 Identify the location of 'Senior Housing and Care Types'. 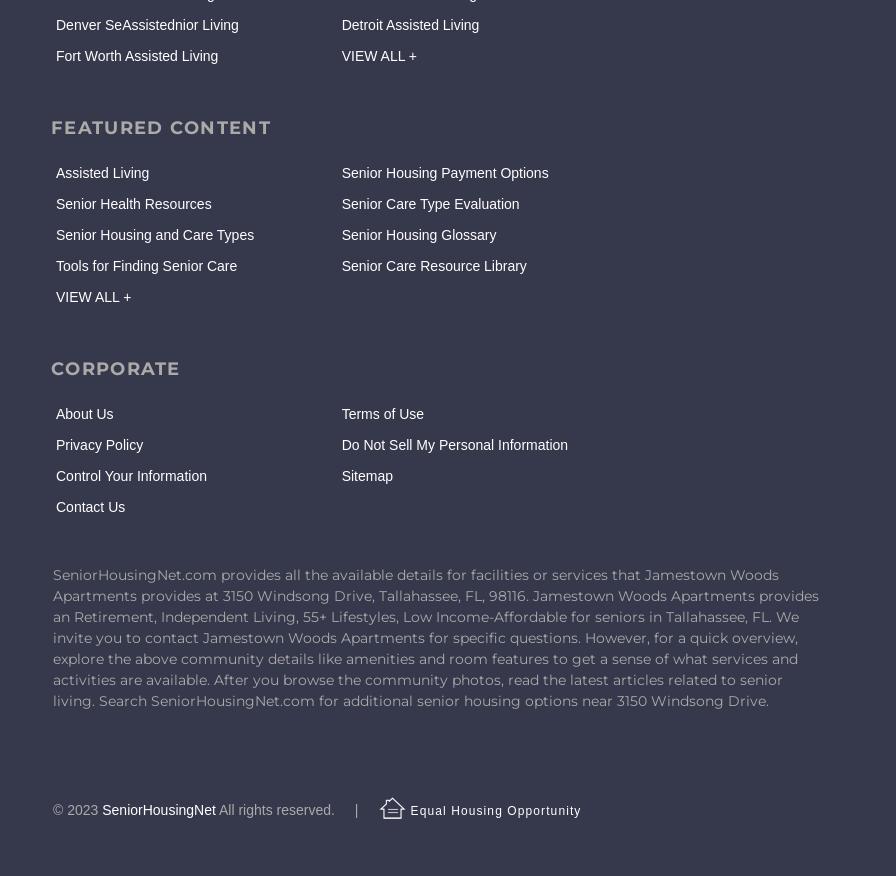
(155, 234).